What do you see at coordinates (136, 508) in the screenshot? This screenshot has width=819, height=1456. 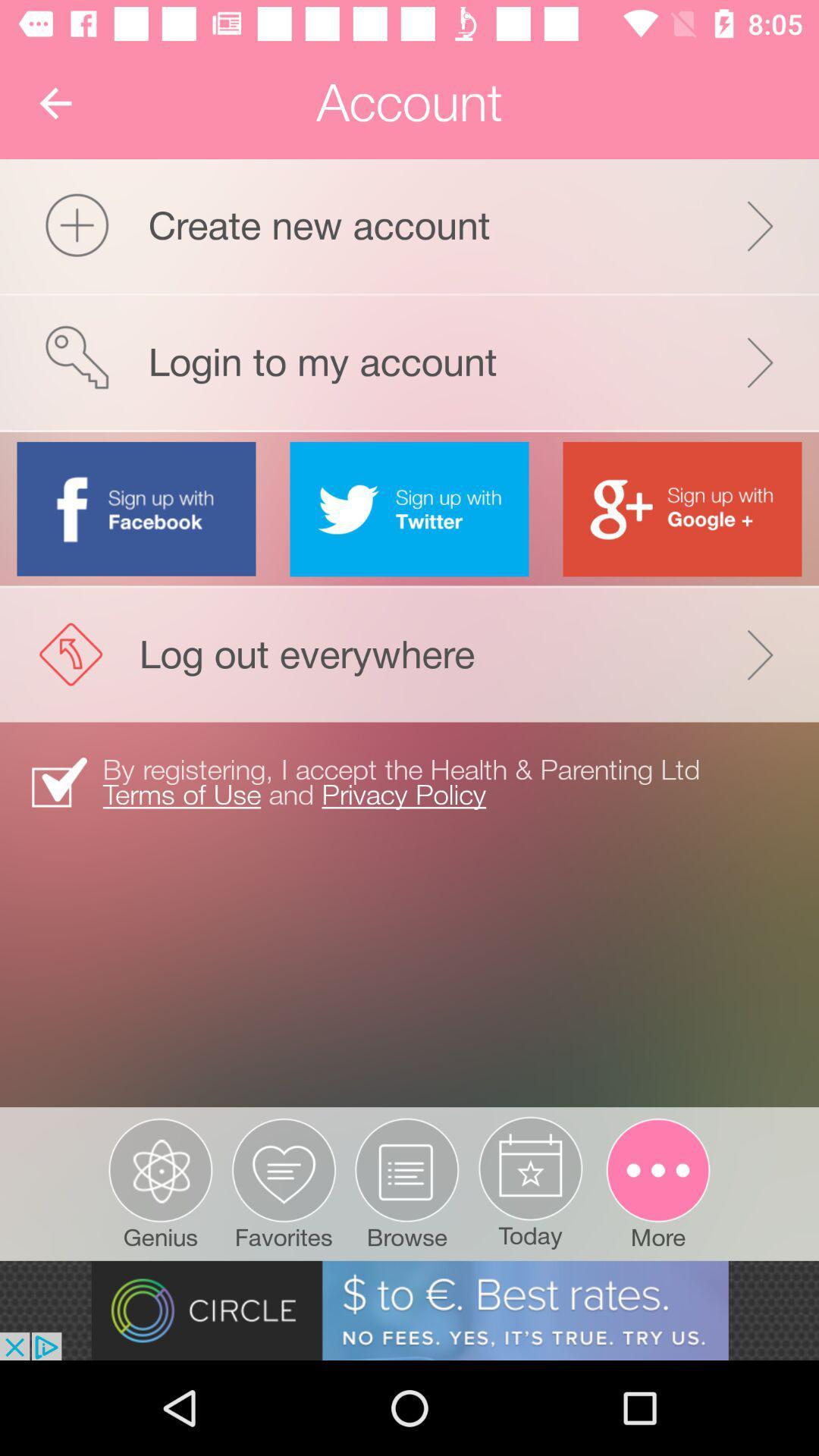 I see `access by facebook` at bounding box center [136, 508].